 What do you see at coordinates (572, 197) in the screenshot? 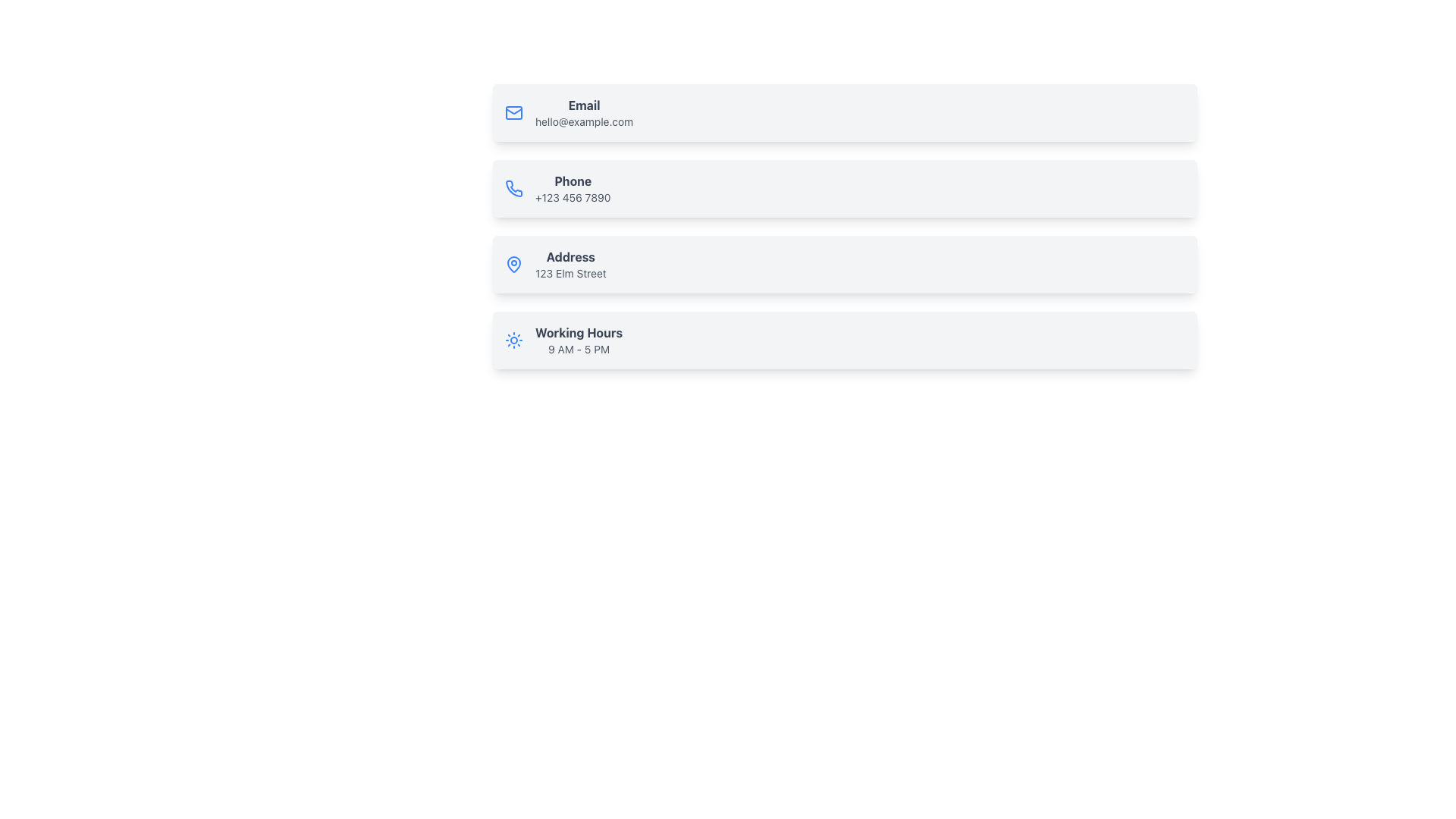
I see `the phone number text label displayed in light gray font, which is positioned below the bolded 'Phone' label in the contact information layout` at bounding box center [572, 197].